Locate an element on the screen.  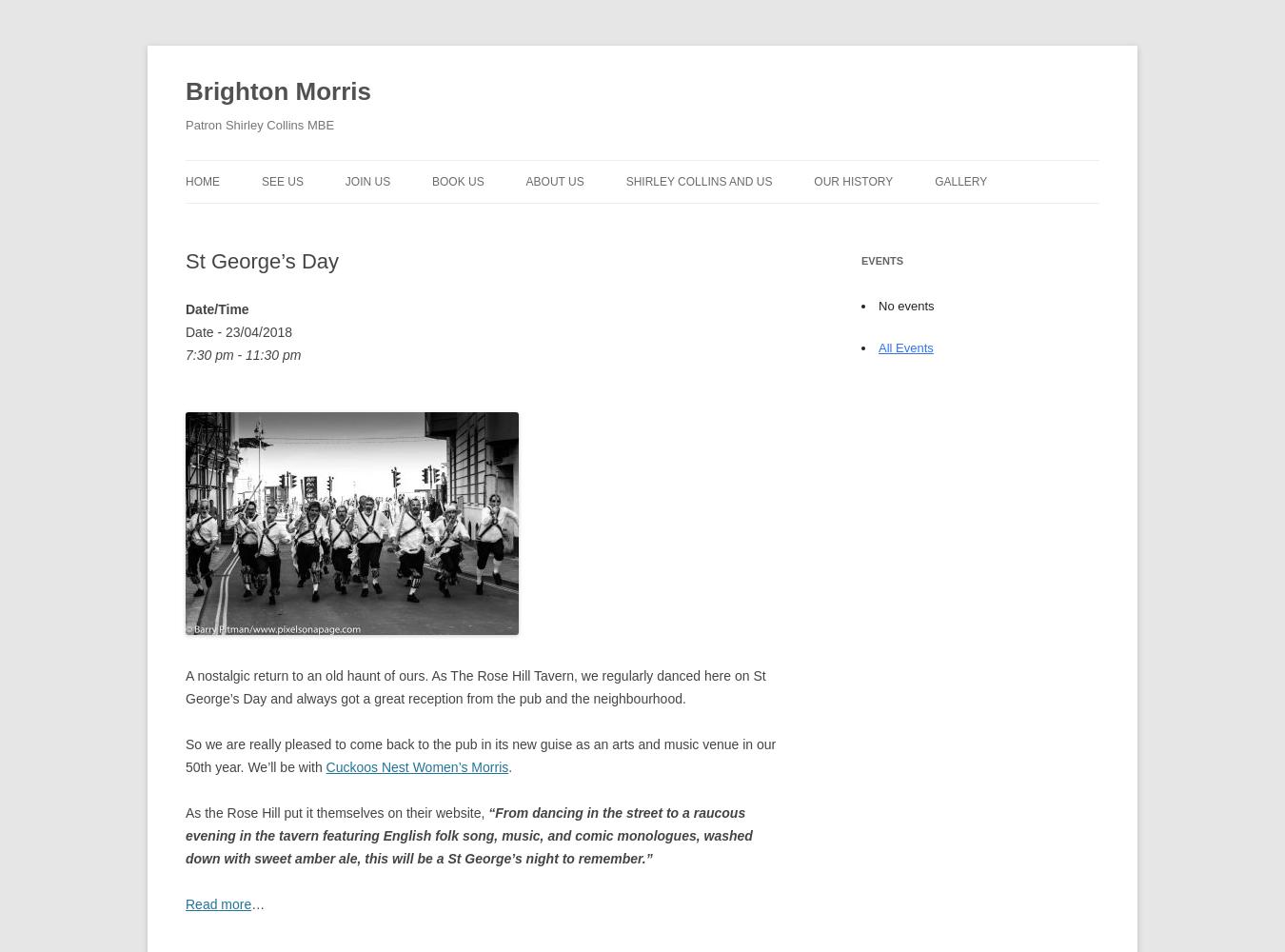
'Brighton Morris' is located at coordinates (277, 90).